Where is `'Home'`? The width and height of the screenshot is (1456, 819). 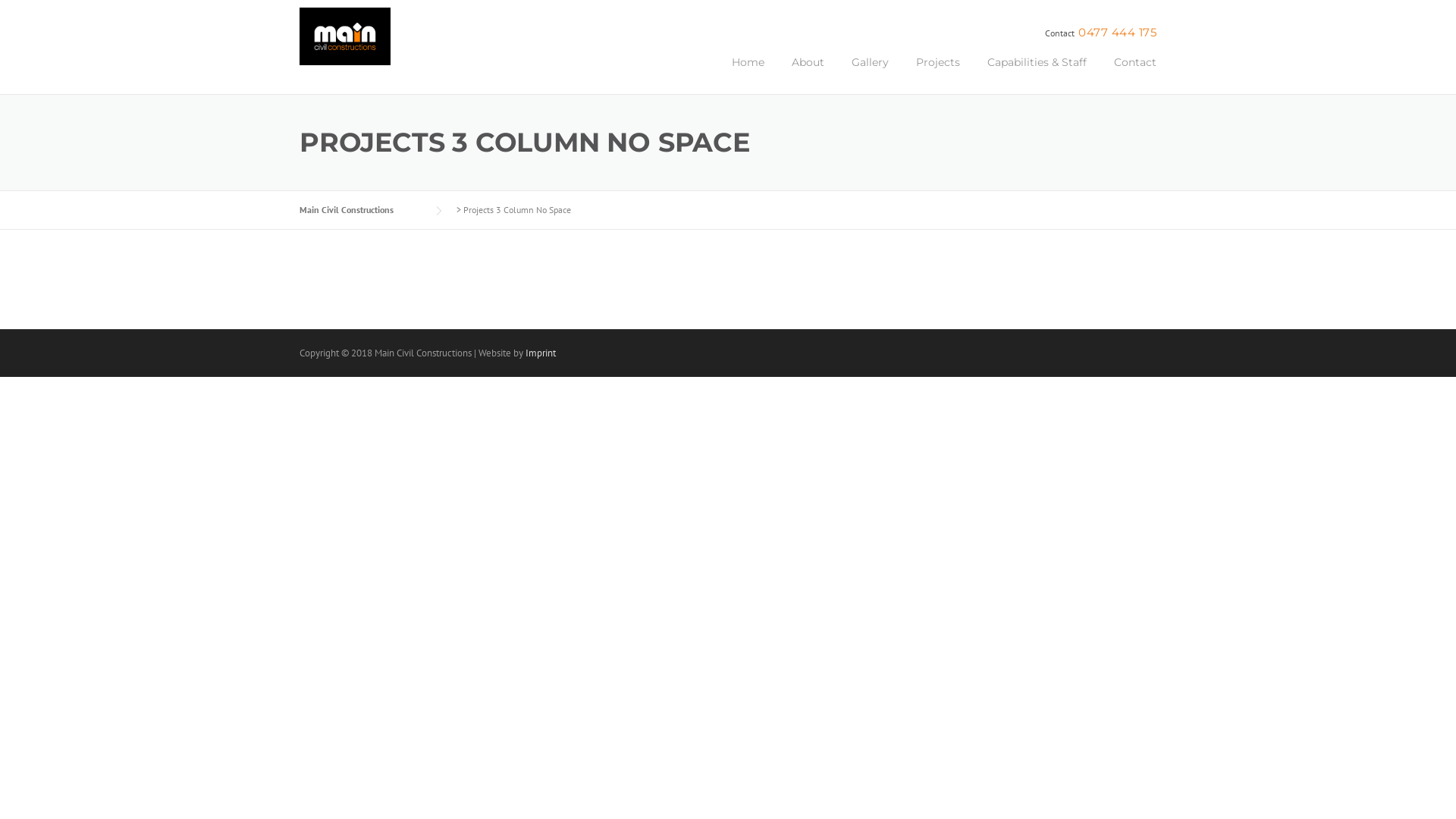 'Home' is located at coordinates (717, 73).